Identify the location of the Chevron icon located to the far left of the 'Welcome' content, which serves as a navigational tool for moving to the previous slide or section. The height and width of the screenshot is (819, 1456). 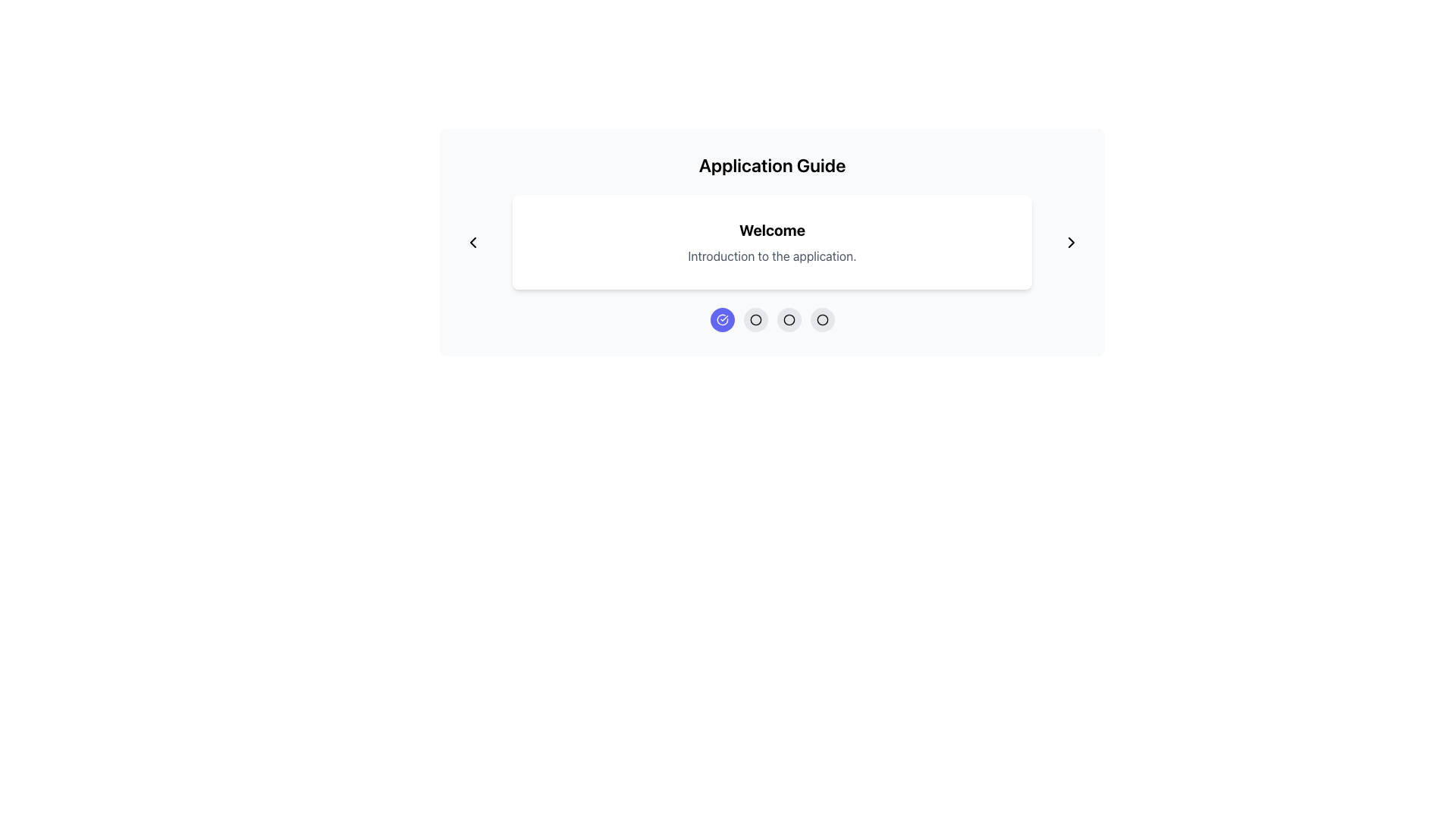
(472, 242).